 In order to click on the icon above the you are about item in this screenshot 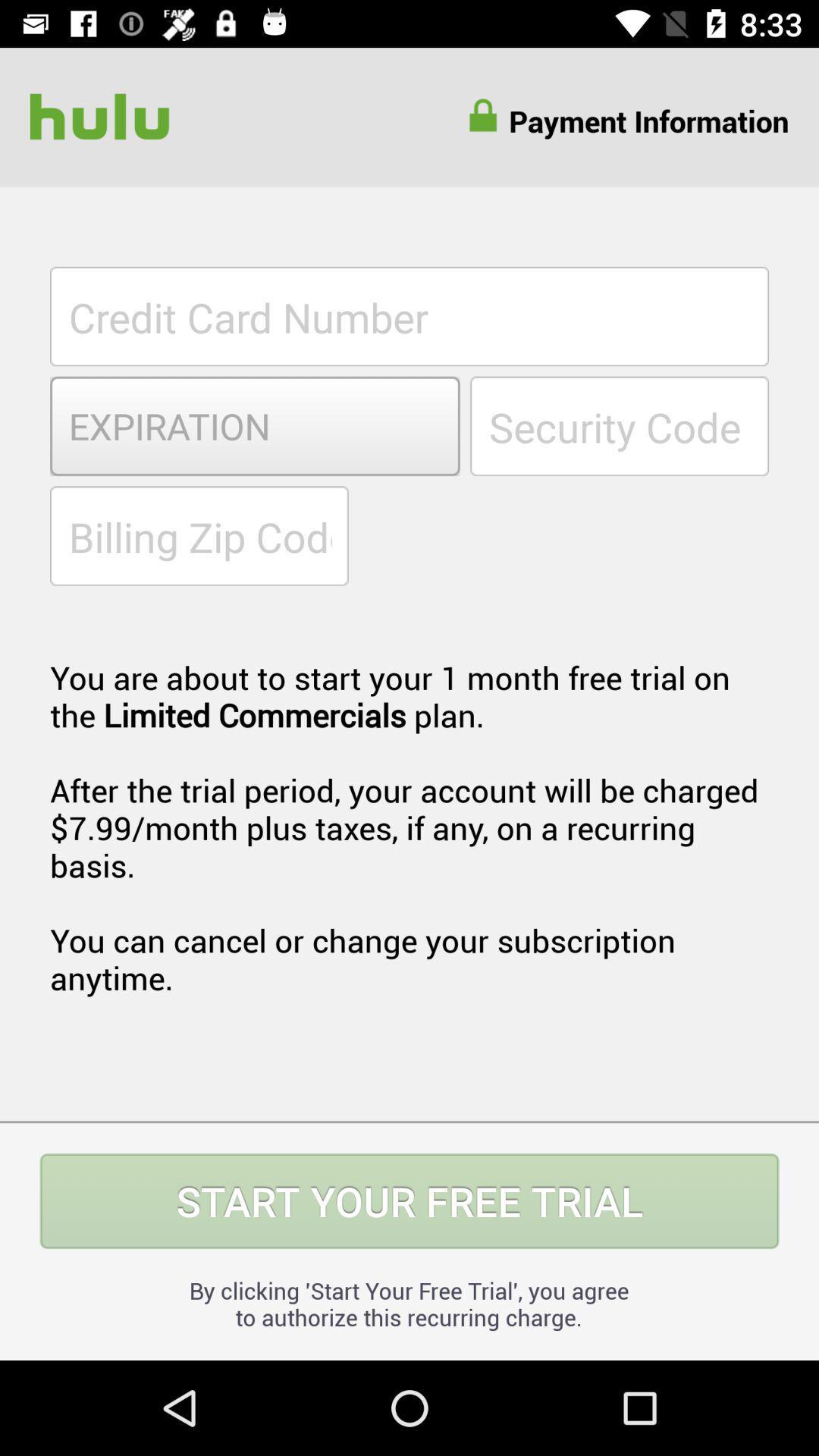, I will do `click(198, 535)`.